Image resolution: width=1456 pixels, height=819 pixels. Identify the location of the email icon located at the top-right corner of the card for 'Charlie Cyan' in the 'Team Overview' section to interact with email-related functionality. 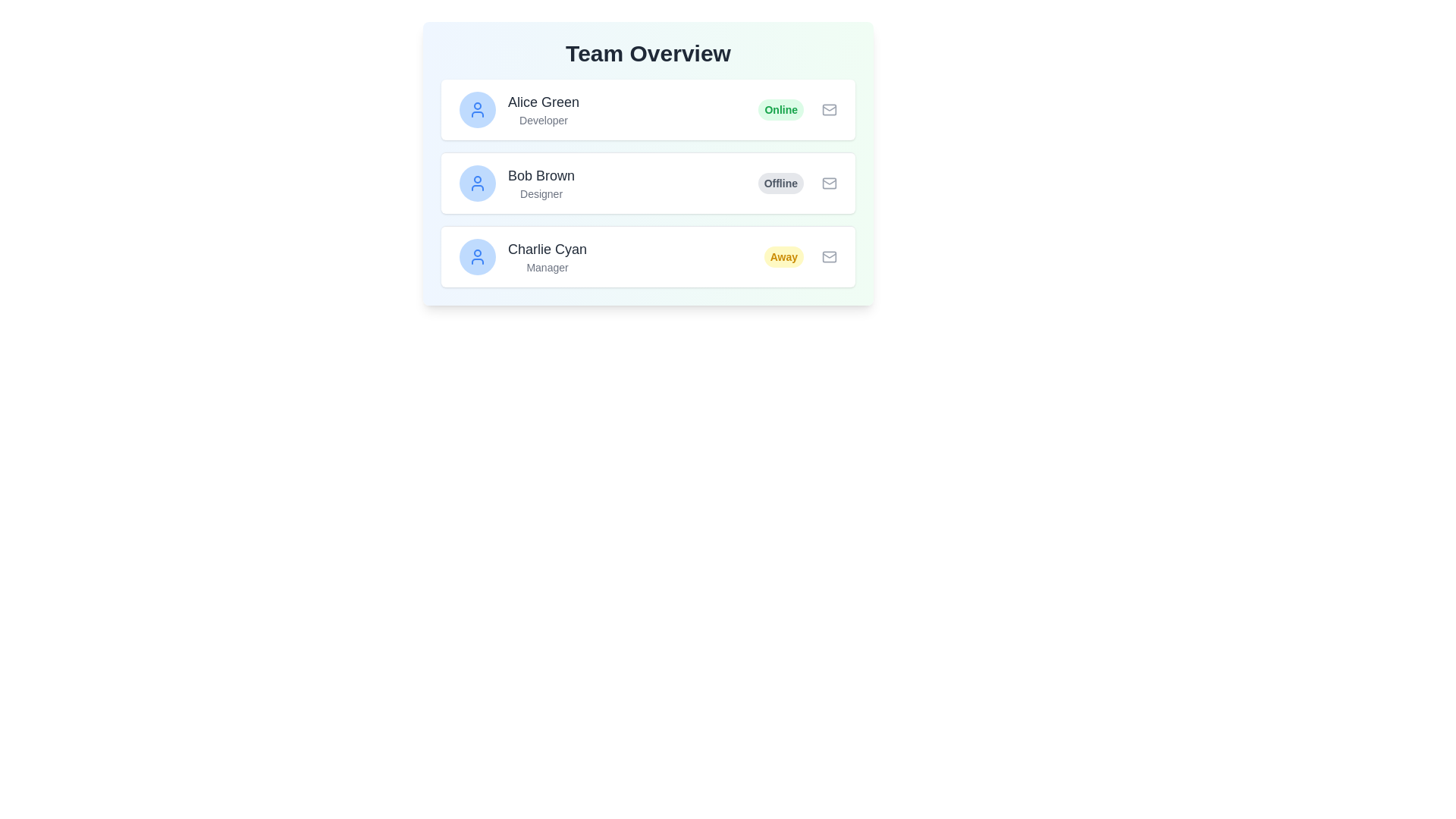
(829, 256).